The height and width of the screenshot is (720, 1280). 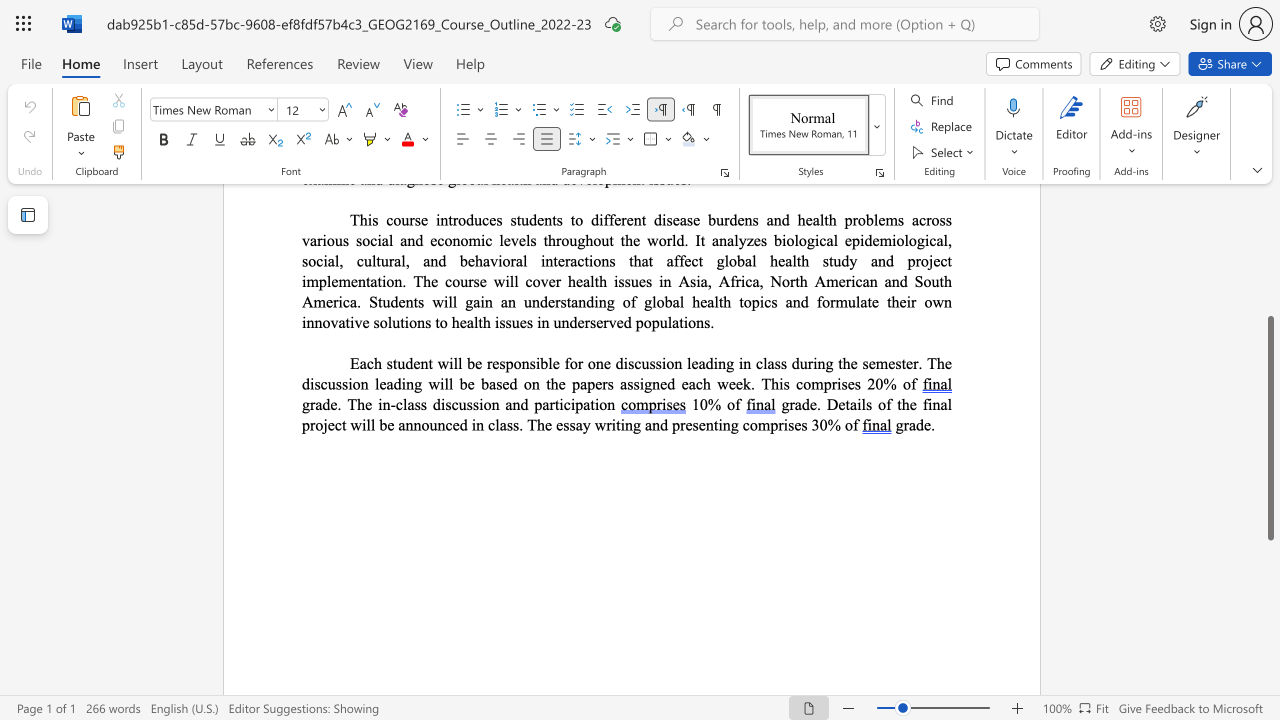 I want to click on the scrollbar on the right to shift the page higher, so click(x=1269, y=290).